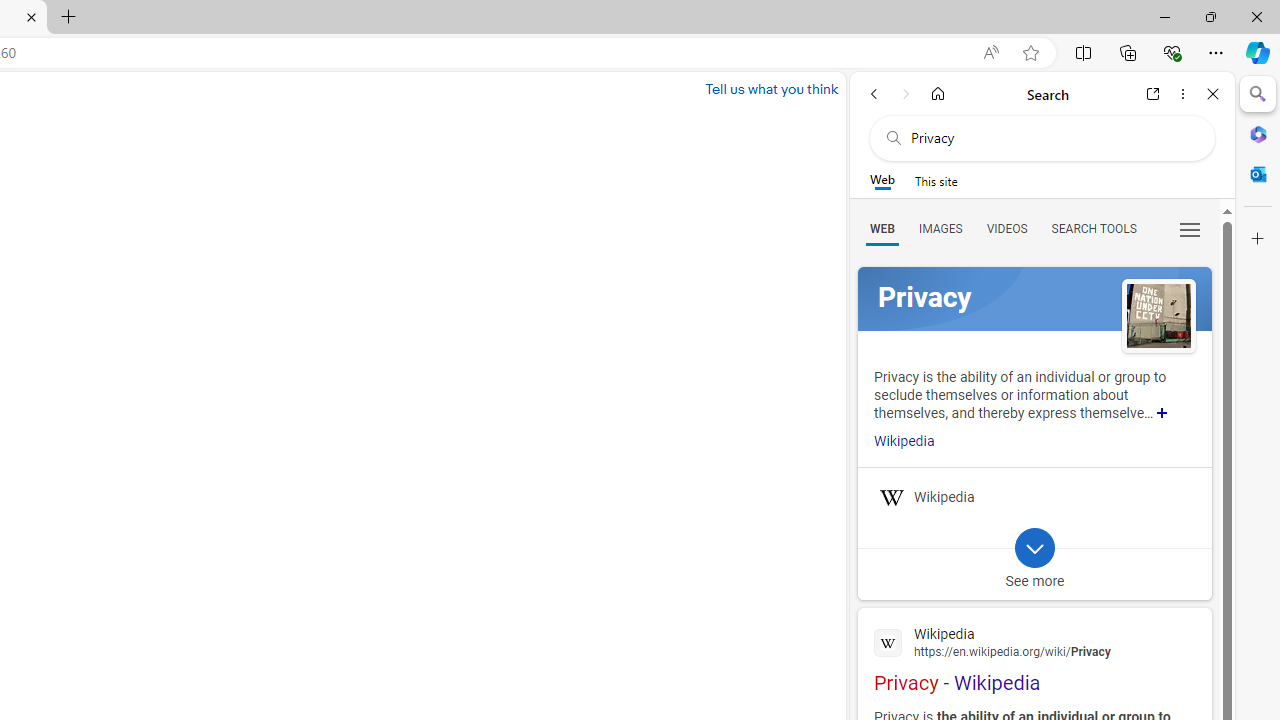 This screenshot has height=720, width=1280. I want to click on 'Tell us what you think - Link opens in a new window', so click(770, 88).